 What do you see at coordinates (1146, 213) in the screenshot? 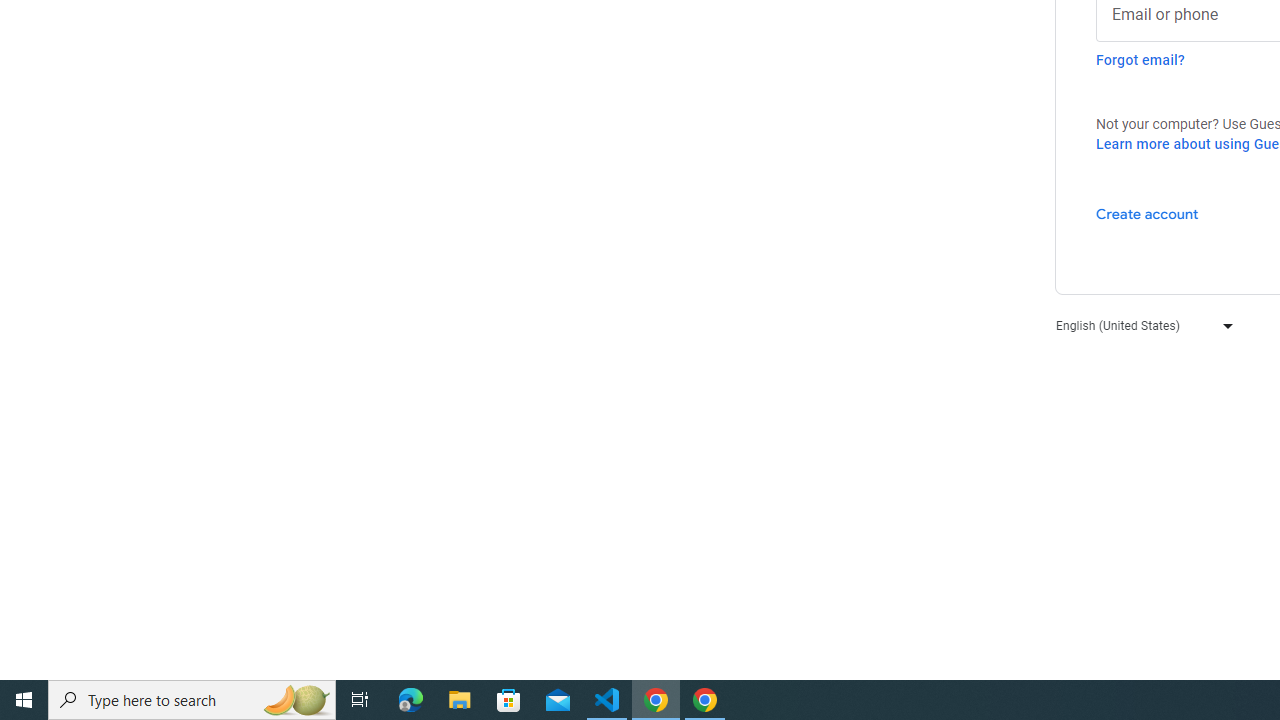
I see `'Create account'` at bounding box center [1146, 213].